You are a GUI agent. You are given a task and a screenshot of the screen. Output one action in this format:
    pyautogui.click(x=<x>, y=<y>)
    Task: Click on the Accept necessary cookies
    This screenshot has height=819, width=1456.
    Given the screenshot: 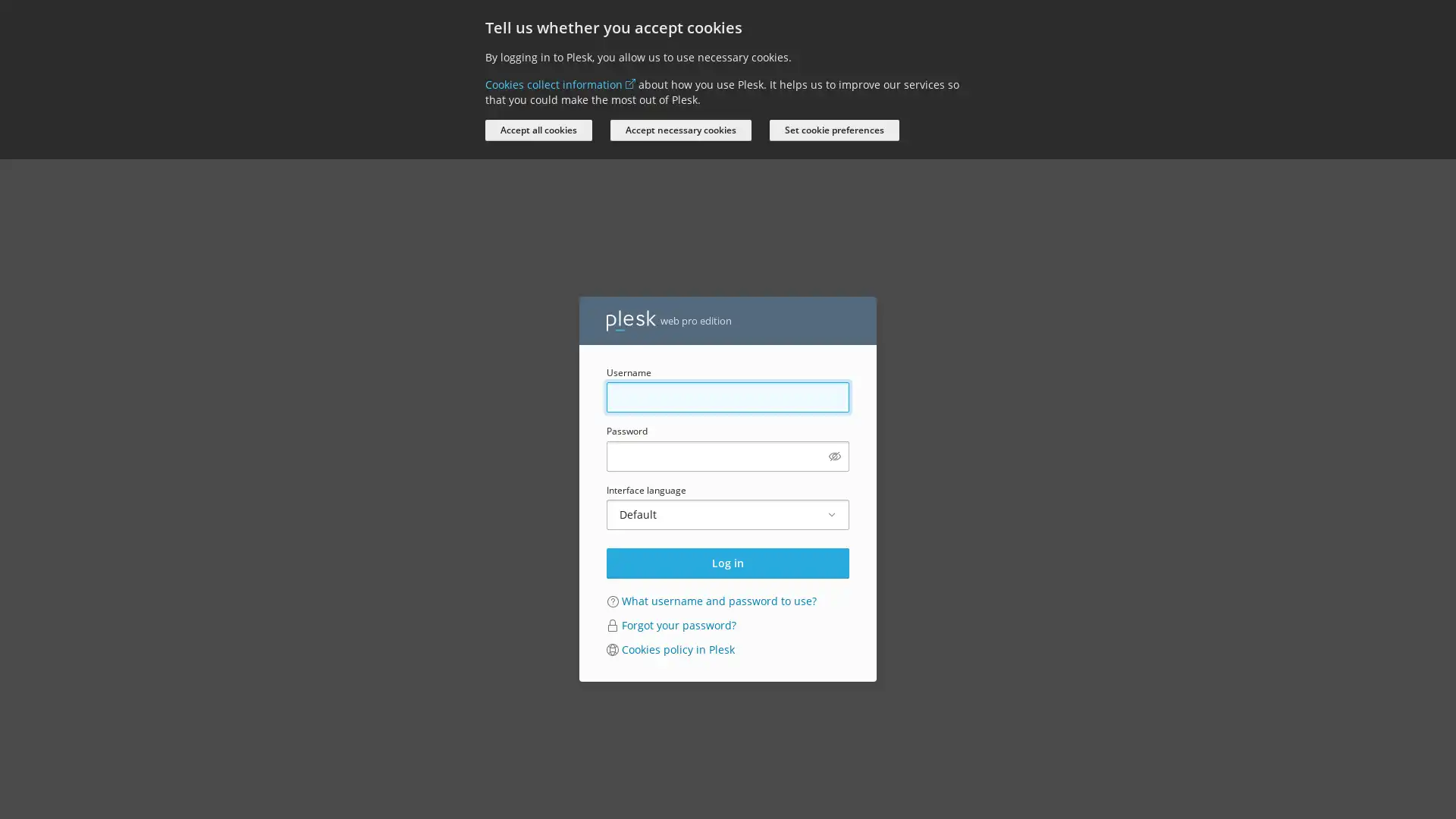 What is the action you would take?
    pyautogui.click(x=679, y=130)
    